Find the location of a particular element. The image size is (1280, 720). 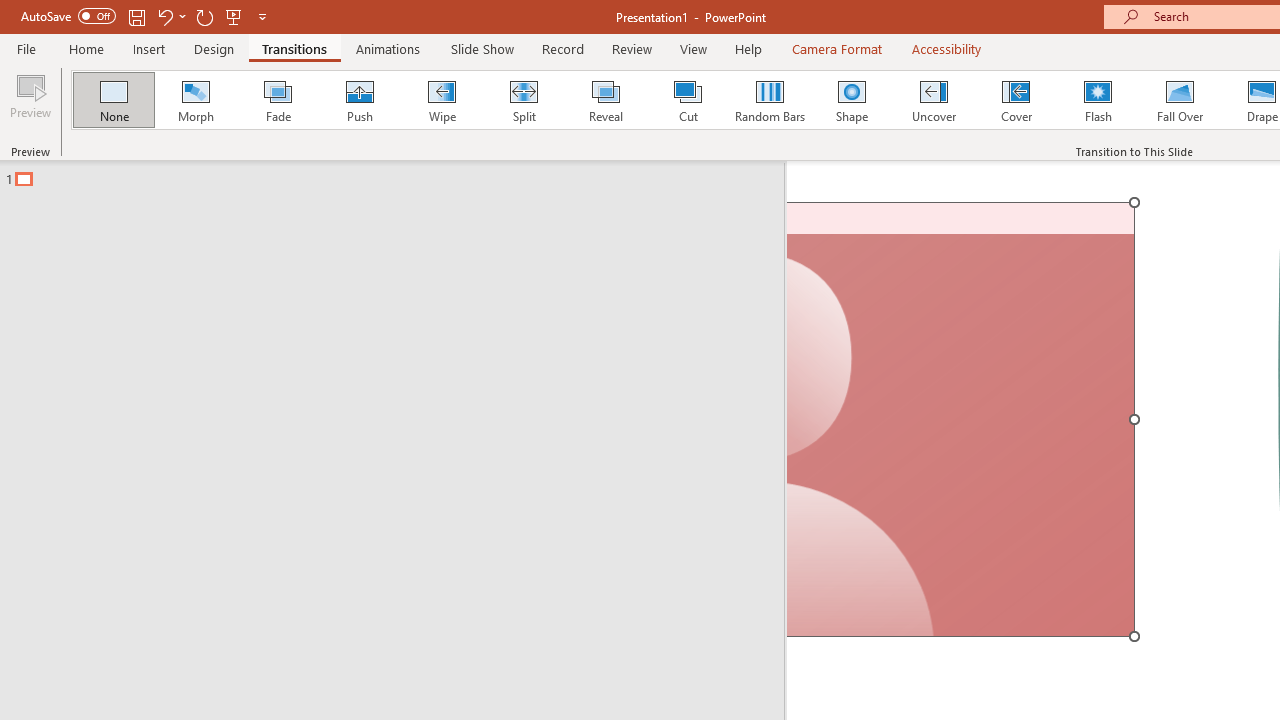

'Uncover' is located at coordinates (933, 100).